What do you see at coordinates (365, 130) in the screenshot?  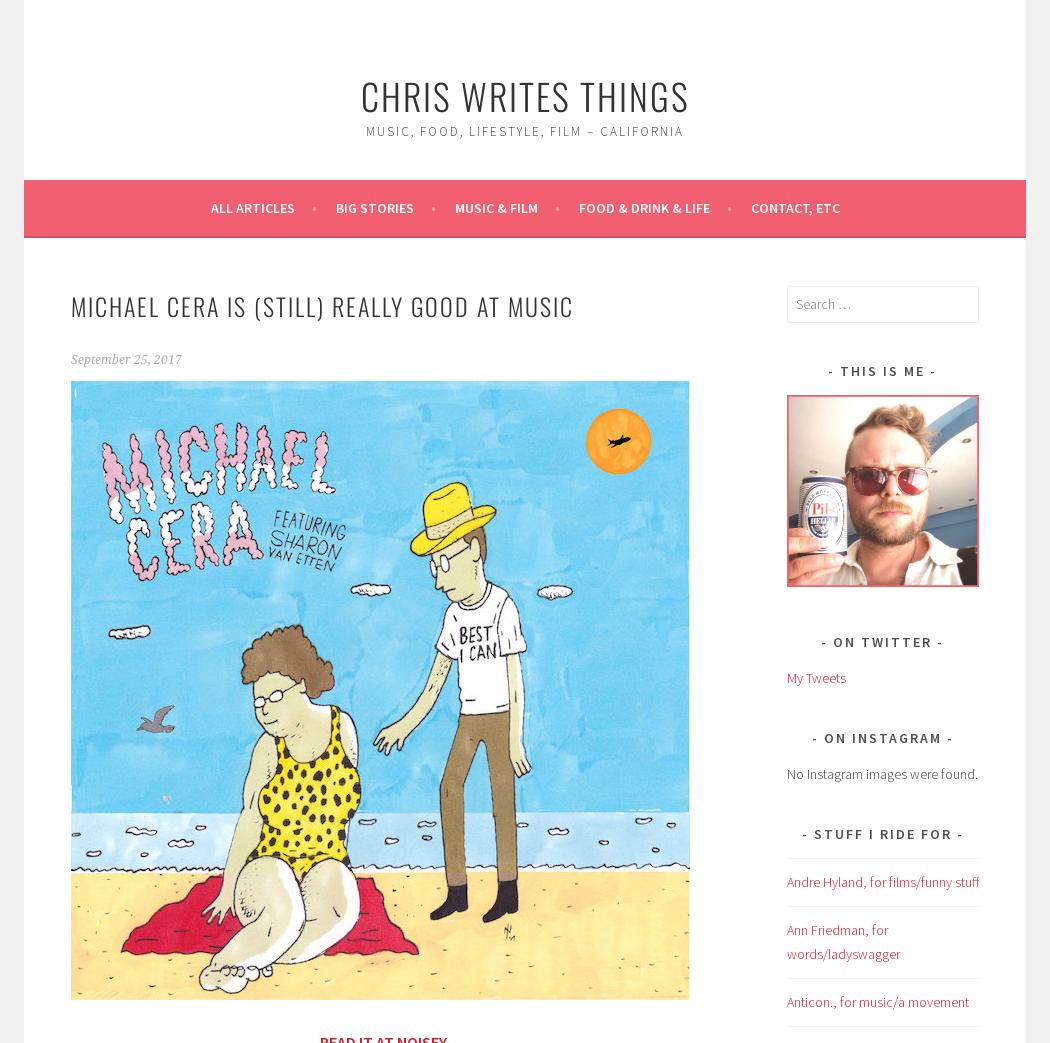 I see `'music, food, lifestyle, film – California'` at bounding box center [365, 130].